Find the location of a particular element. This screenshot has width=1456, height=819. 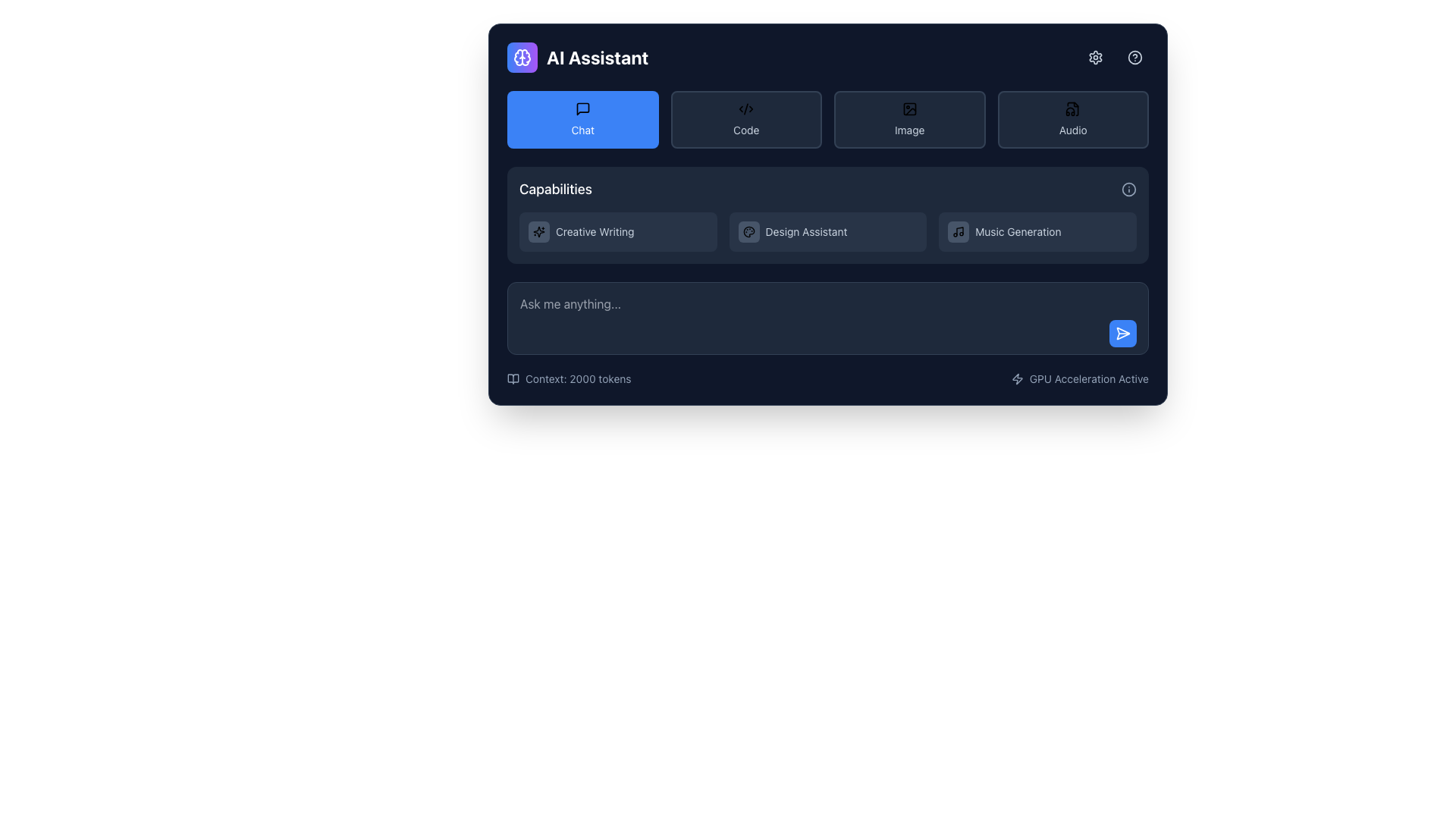

the icon that represents design or artistic tools, which is located in the capabilities section of the interface is located at coordinates (748, 231).